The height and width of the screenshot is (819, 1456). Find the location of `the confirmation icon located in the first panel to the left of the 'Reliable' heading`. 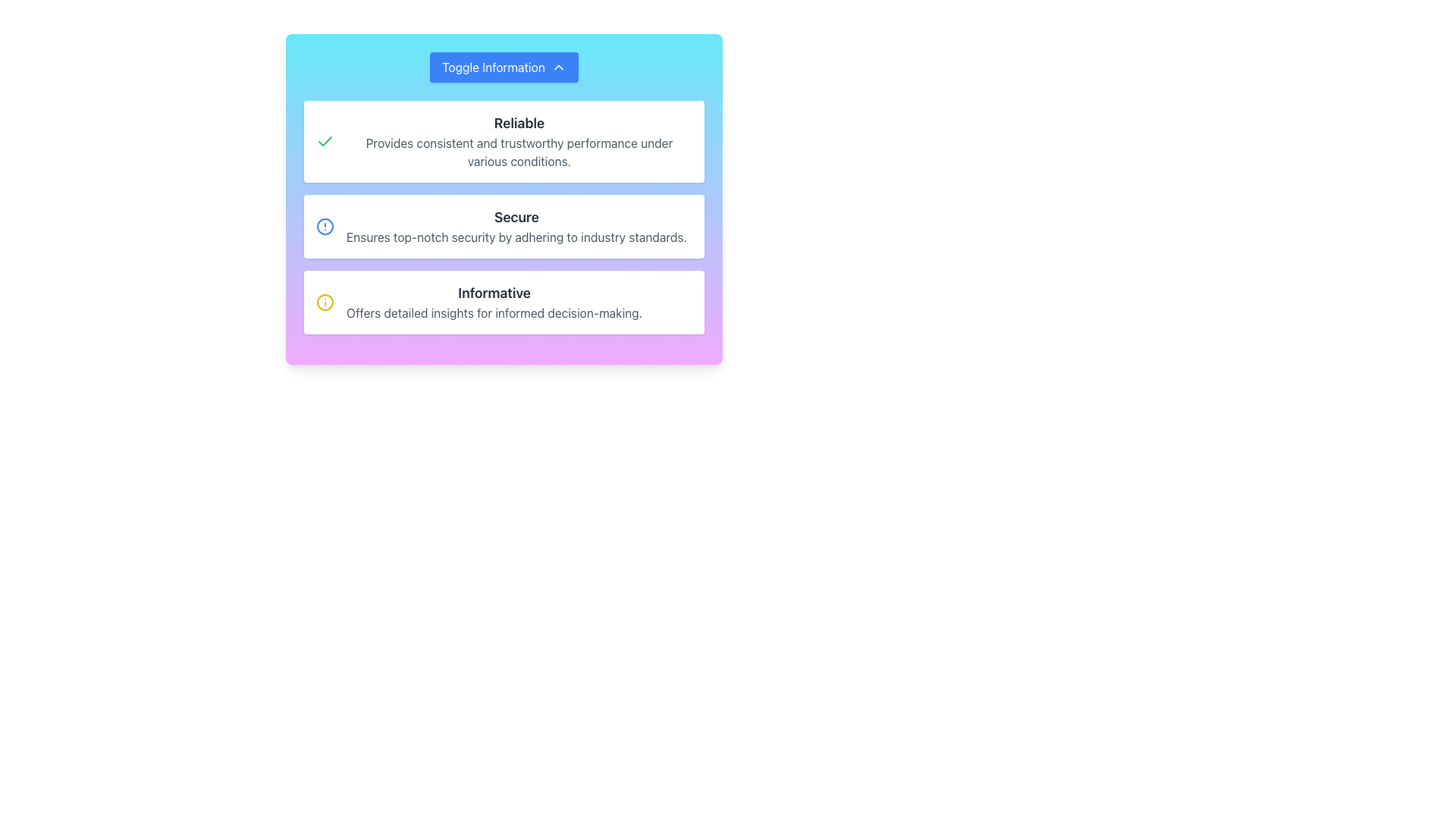

the confirmation icon located in the first panel to the left of the 'Reliable' heading is located at coordinates (324, 141).